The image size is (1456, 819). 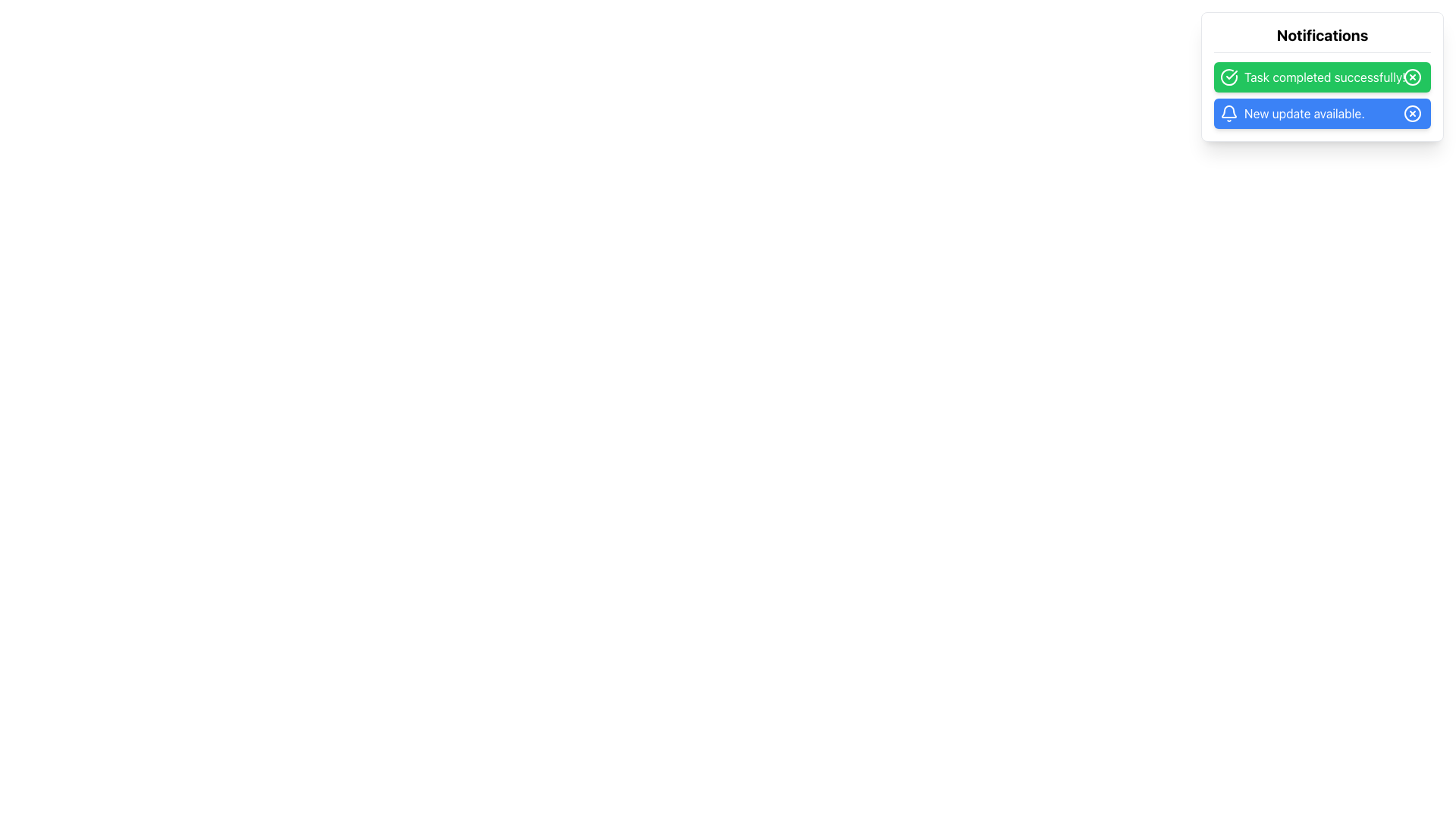 I want to click on the circular green icon with a check mark inside, indicating successful completion, located at the left edge of the 'Task completed successfully!' notification panel, so click(x=1229, y=77).